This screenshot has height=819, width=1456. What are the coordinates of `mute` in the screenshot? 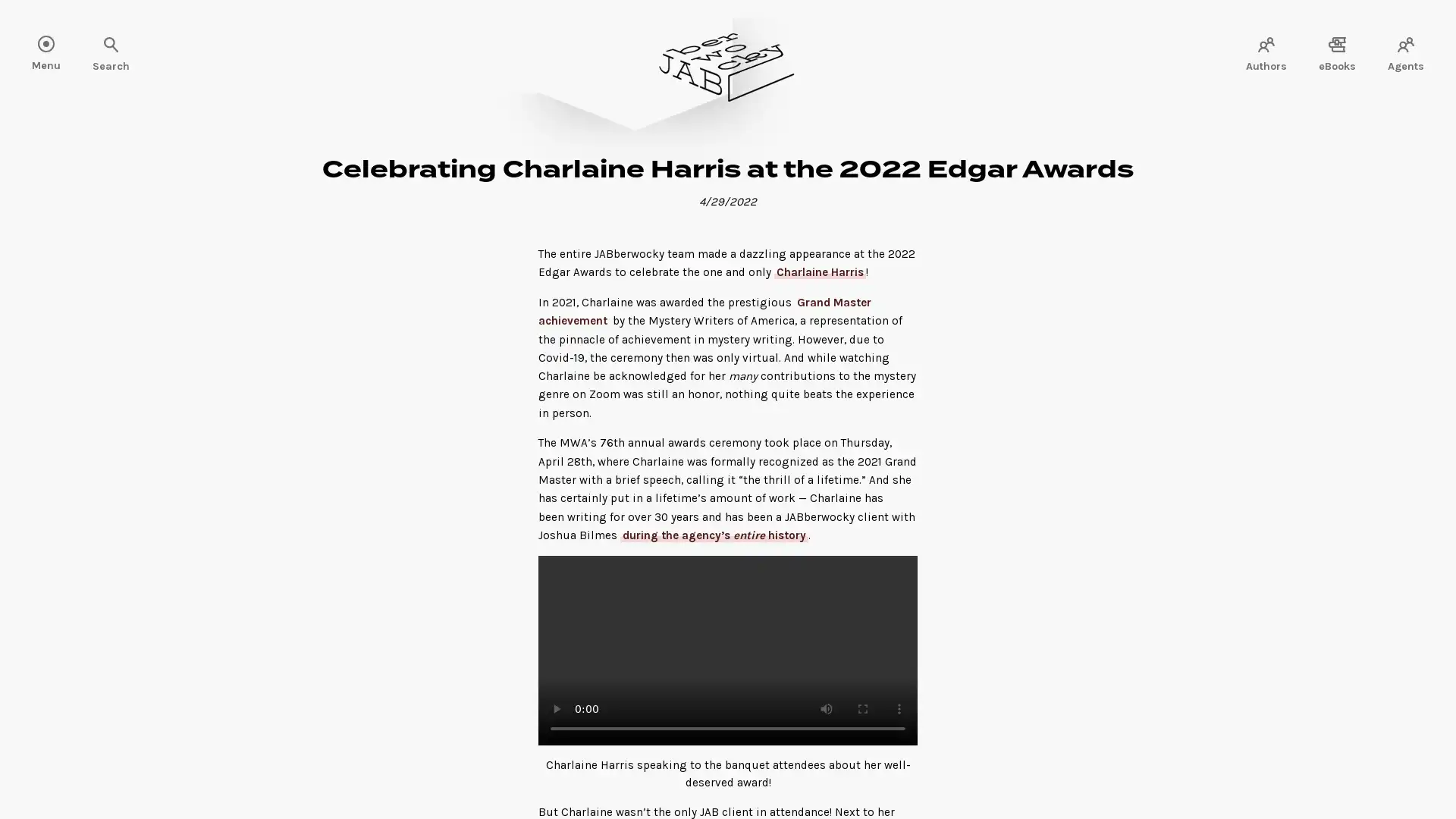 It's located at (825, 708).